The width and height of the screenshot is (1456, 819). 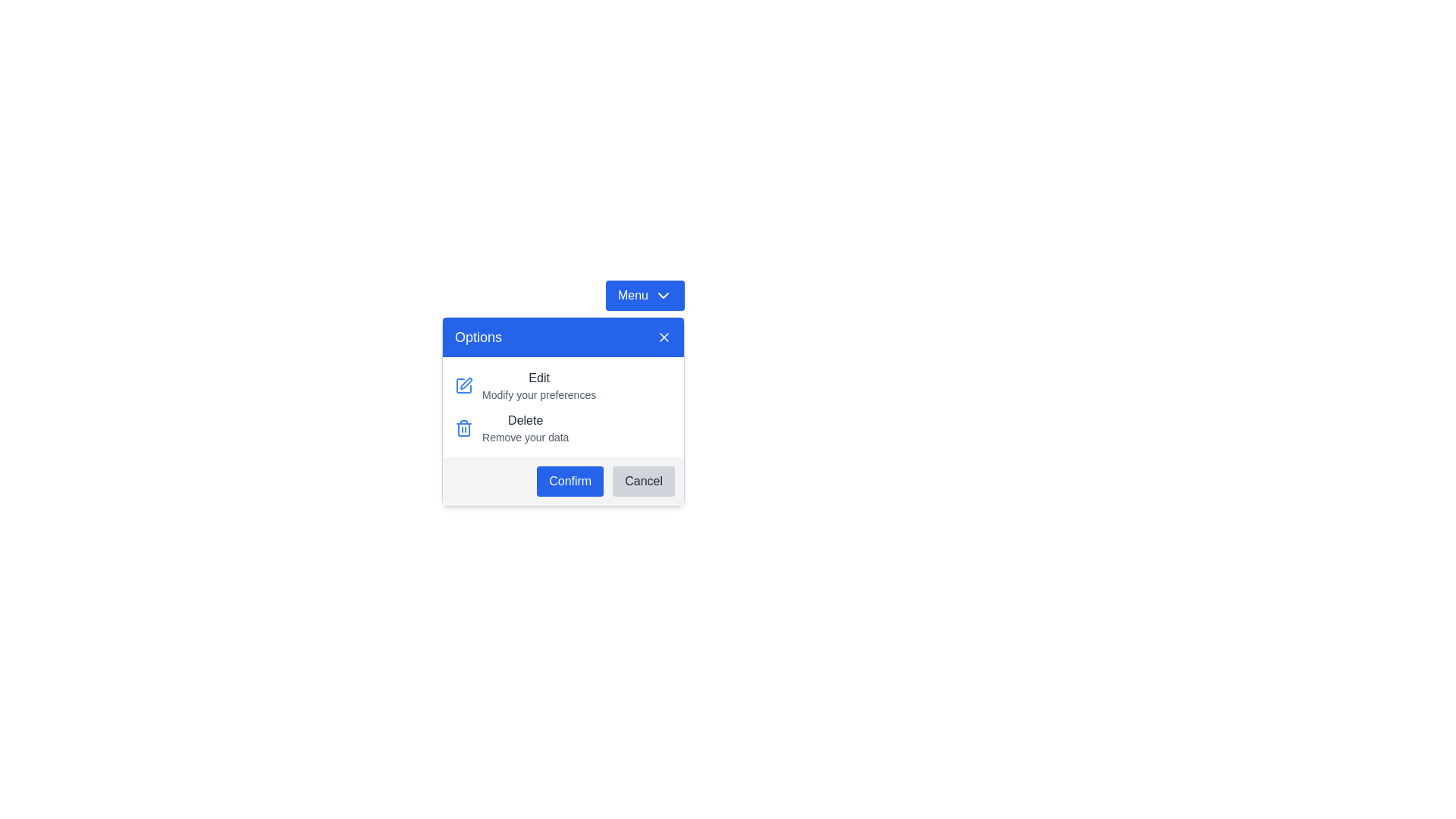 What do you see at coordinates (478, 336) in the screenshot?
I see `the Text label located in the top-left corner of the blue header bar of the popup window, which indicates the contents or purpose of the window` at bounding box center [478, 336].